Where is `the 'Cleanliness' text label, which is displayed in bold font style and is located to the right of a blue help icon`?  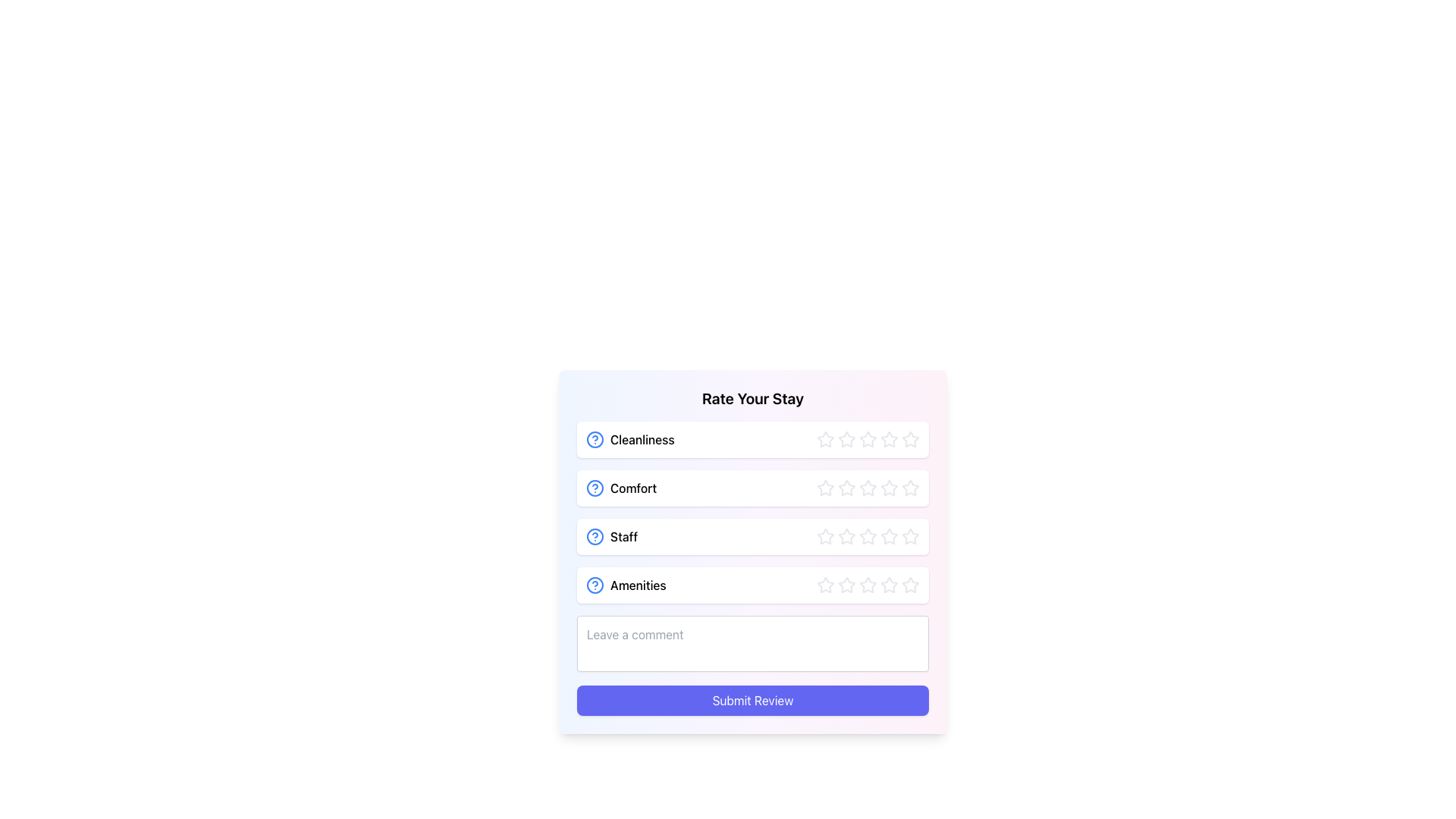 the 'Cleanliness' text label, which is displayed in bold font style and is located to the right of a blue help icon is located at coordinates (630, 439).